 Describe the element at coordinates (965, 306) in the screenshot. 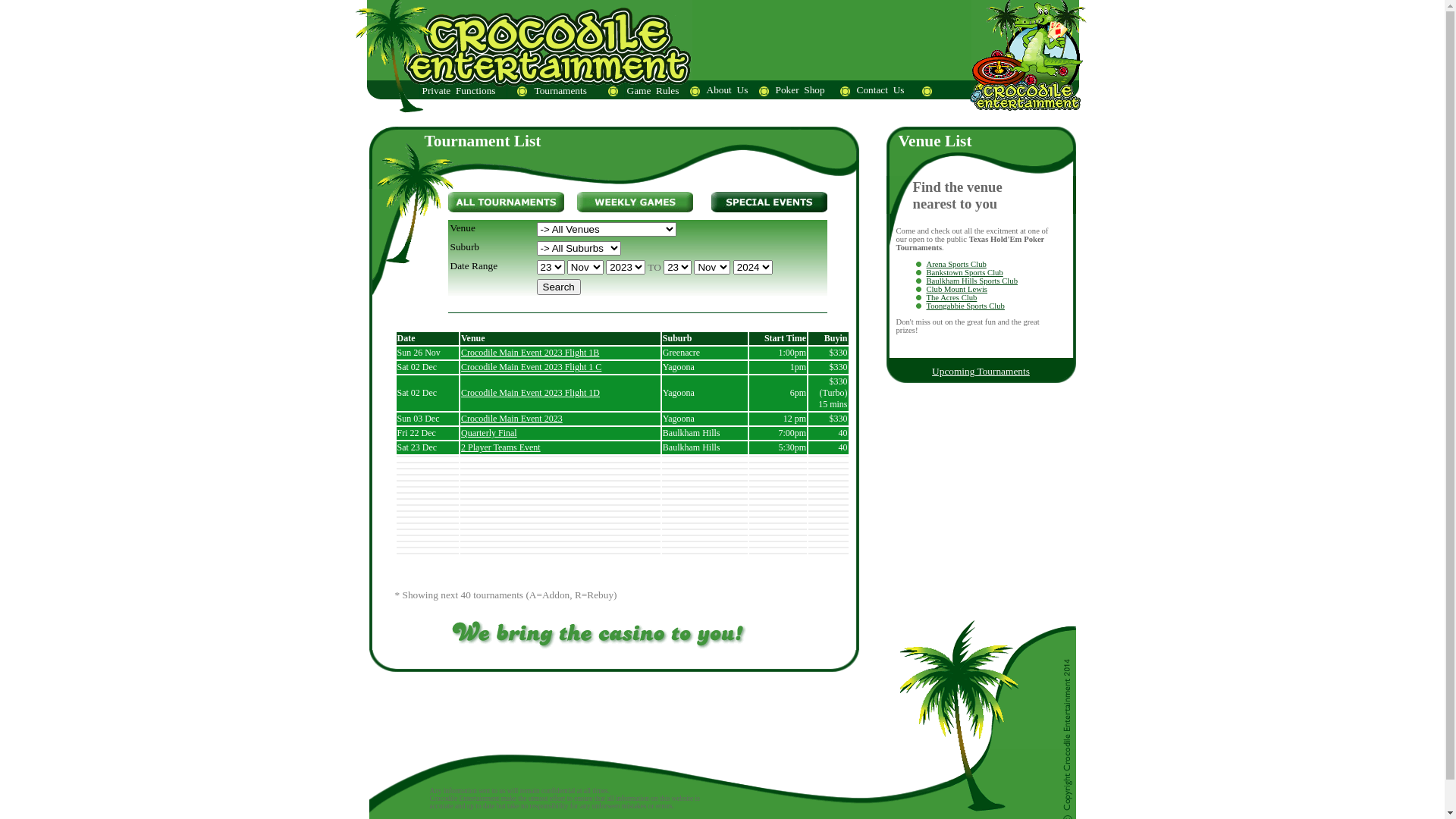

I see `'Toongabbie Sports Club'` at that location.